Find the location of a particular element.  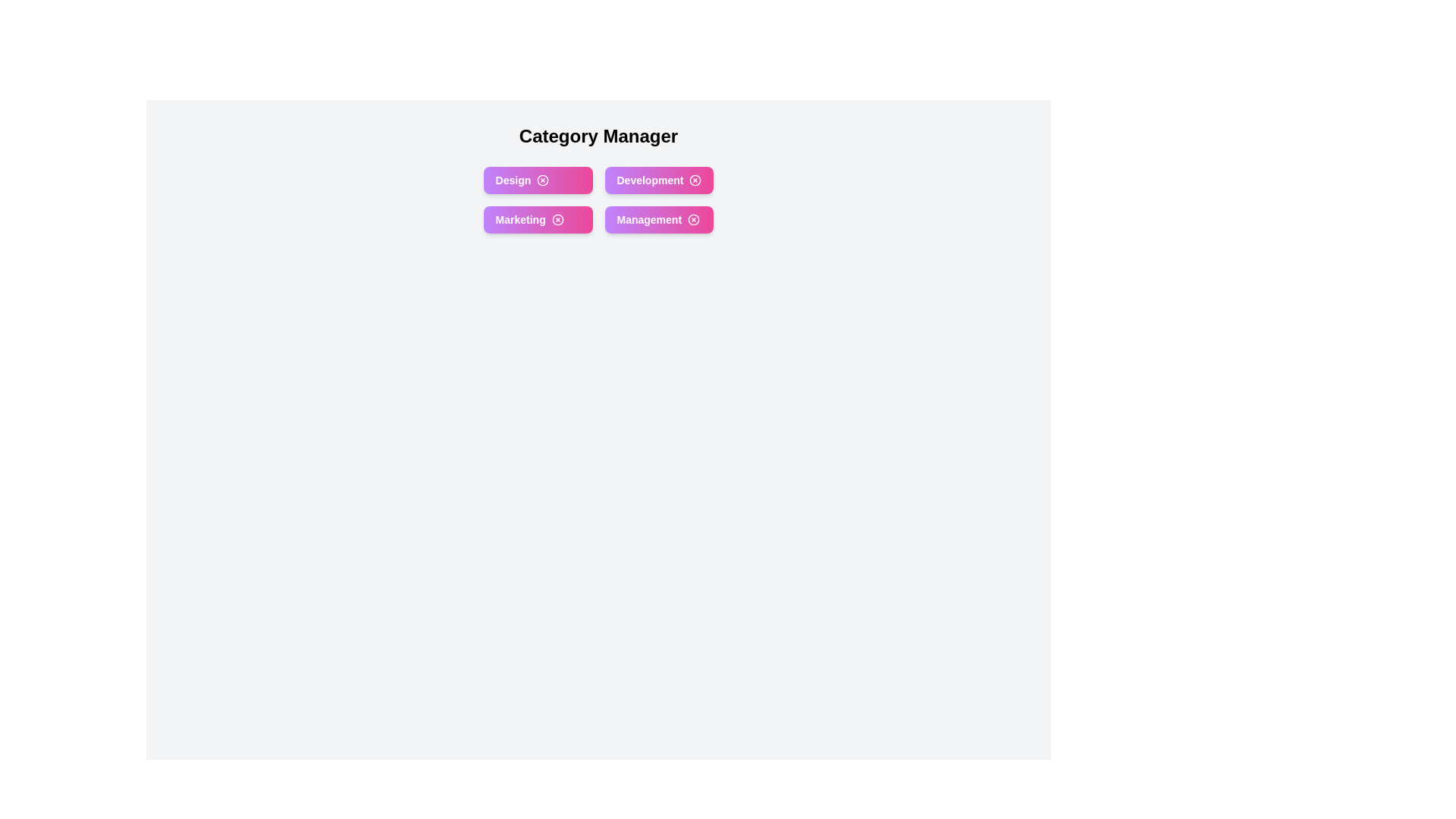

close button on the category chip labeled Marketing to remove it is located at coordinates (557, 219).